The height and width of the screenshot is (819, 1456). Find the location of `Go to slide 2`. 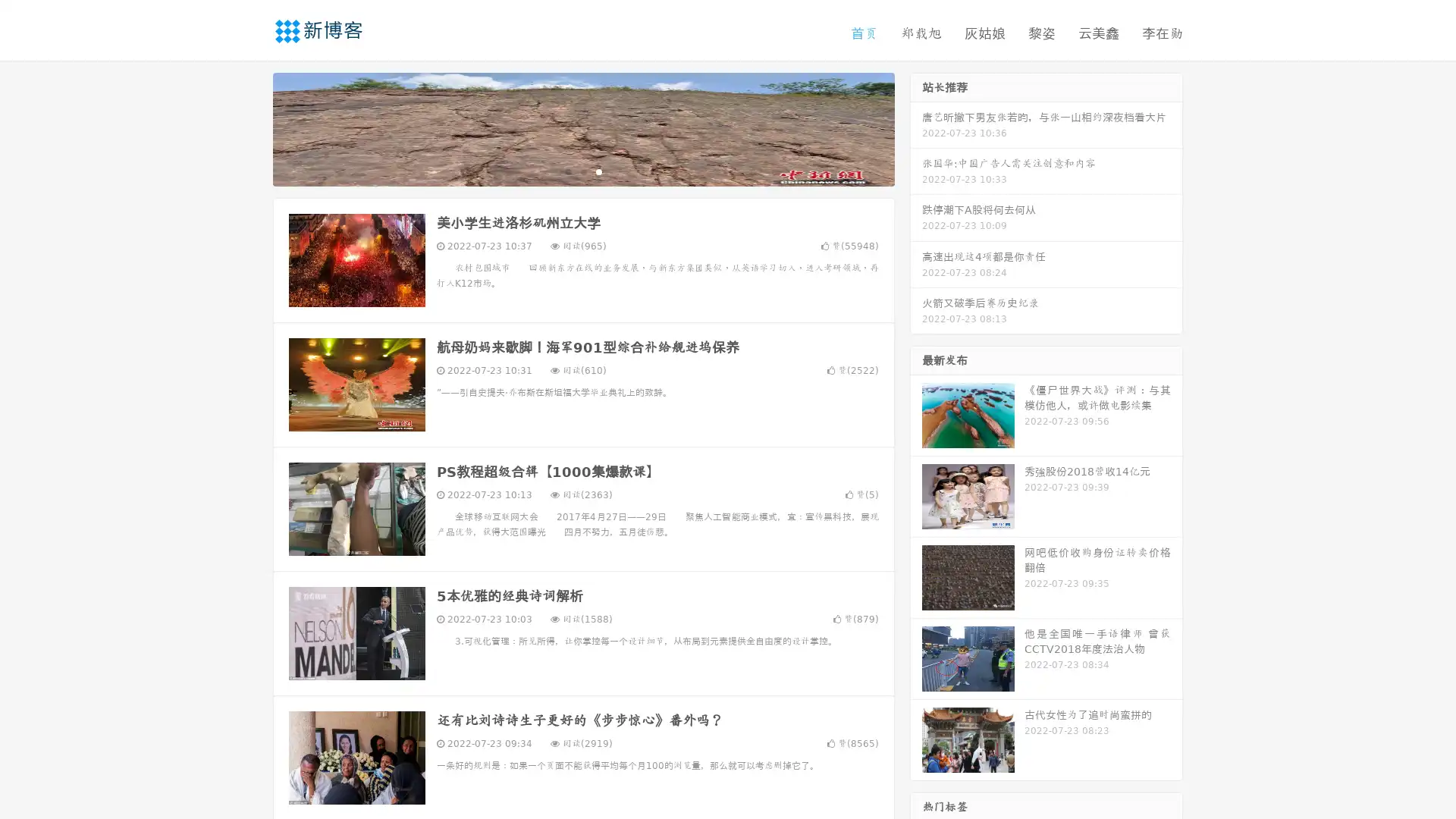

Go to slide 2 is located at coordinates (582, 171).